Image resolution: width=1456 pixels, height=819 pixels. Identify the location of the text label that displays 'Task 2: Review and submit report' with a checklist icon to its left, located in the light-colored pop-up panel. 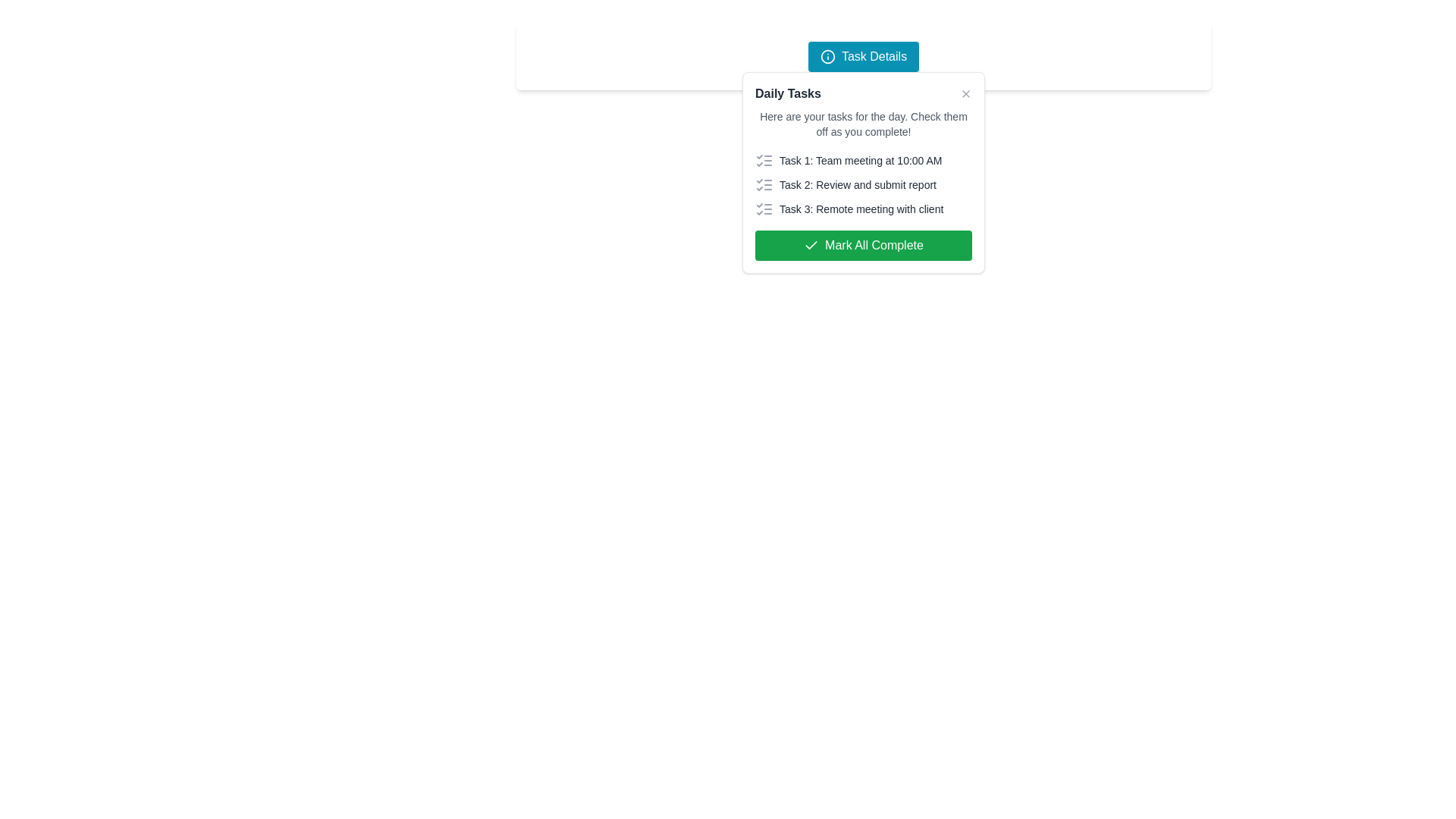
(863, 184).